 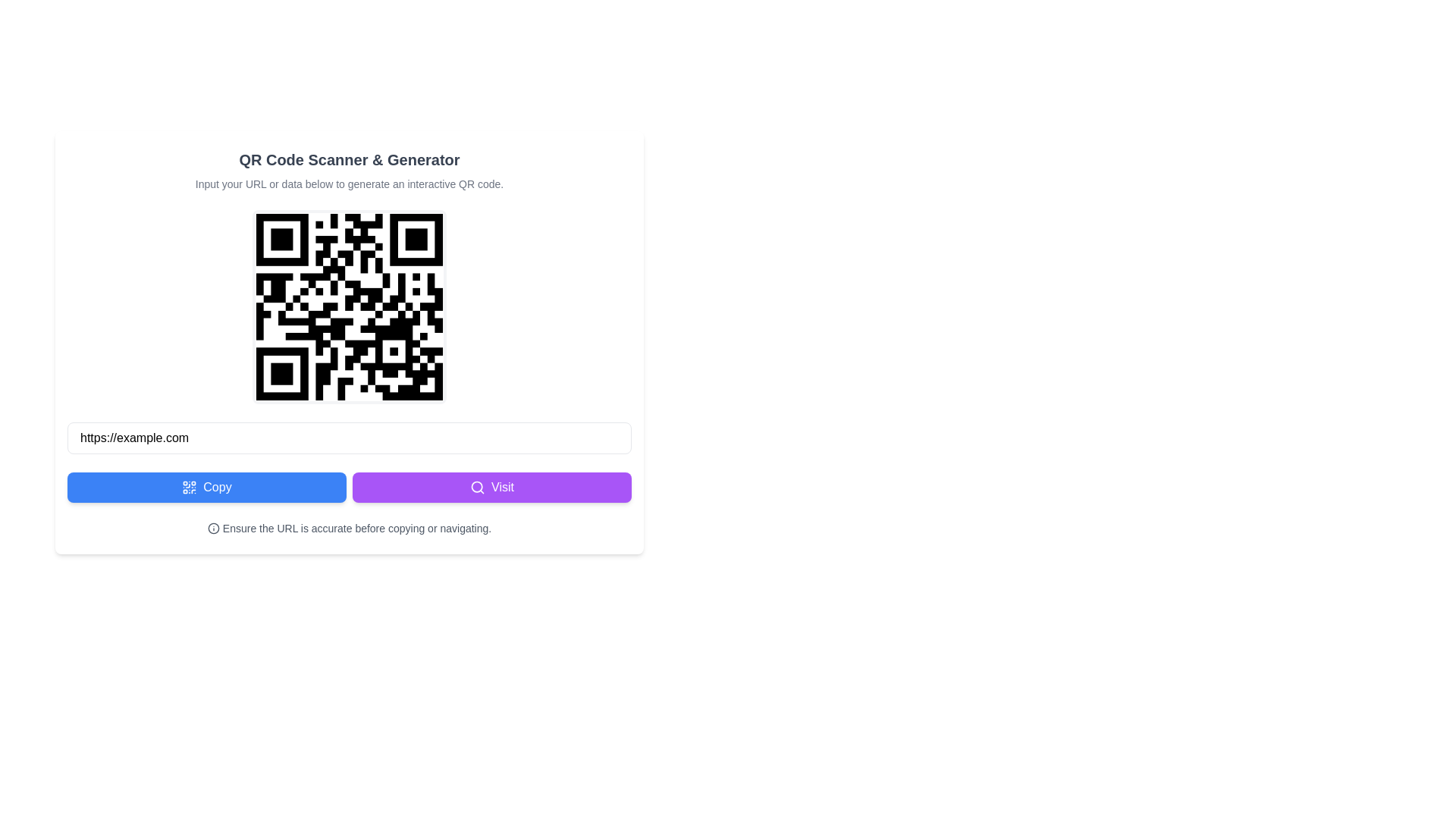 I want to click on instructional text block located underneath the main heading 'QR Code Scanner & Generator', positioned centrally above the QR code area, so click(x=348, y=184).